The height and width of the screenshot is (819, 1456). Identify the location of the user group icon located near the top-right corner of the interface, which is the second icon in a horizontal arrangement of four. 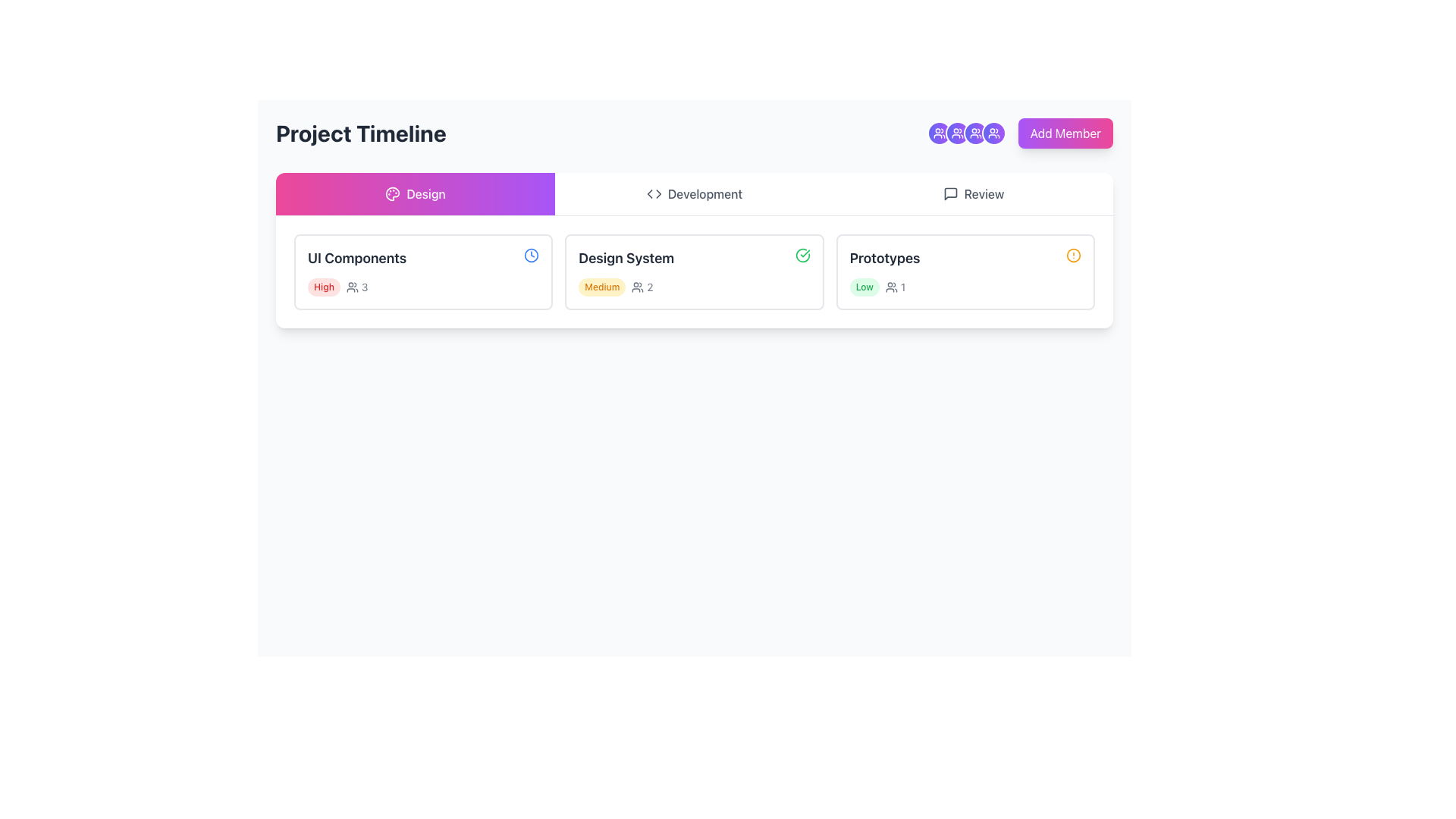
(938, 133).